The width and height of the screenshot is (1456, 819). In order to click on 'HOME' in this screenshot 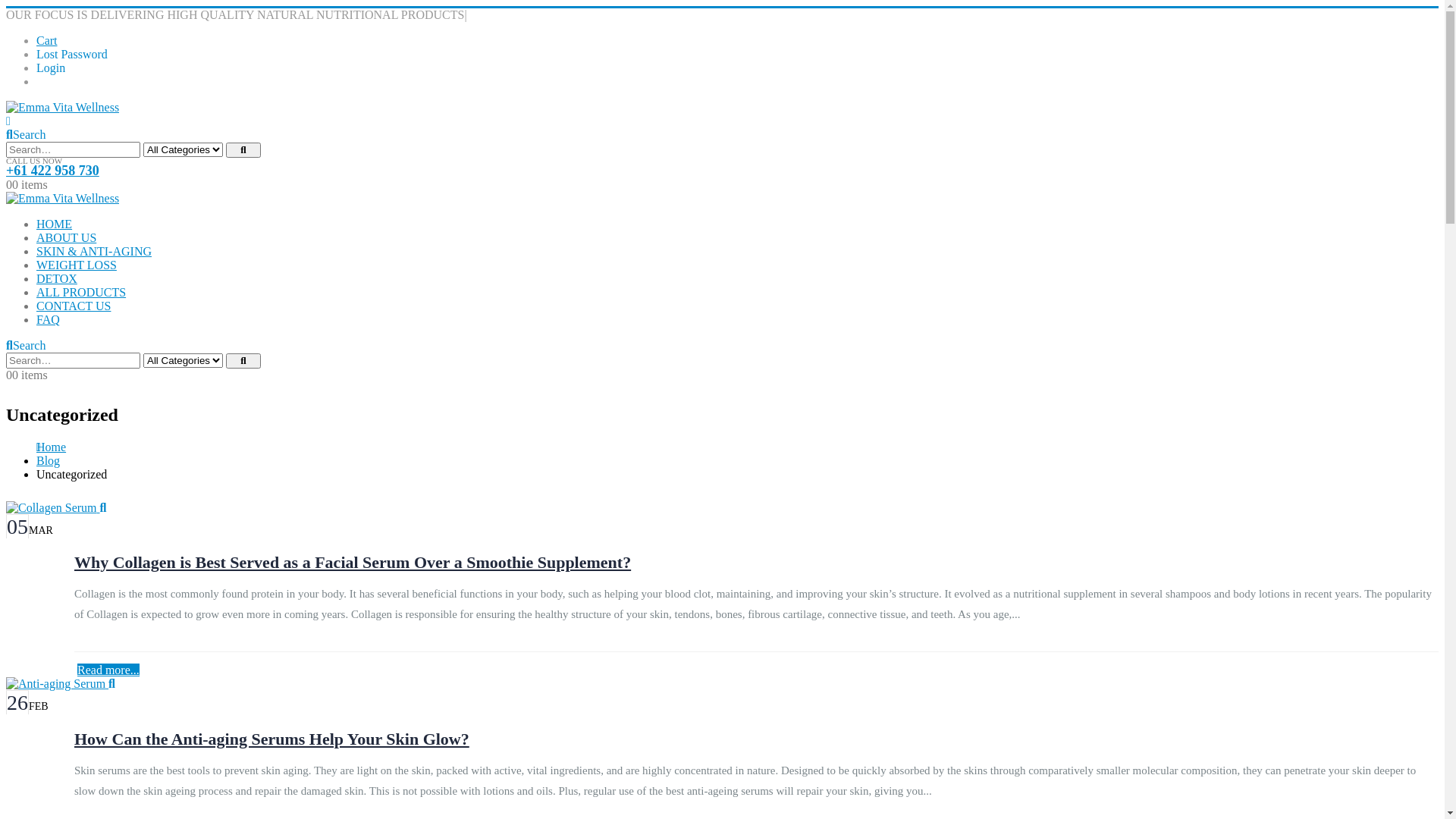, I will do `click(54, 224)`.